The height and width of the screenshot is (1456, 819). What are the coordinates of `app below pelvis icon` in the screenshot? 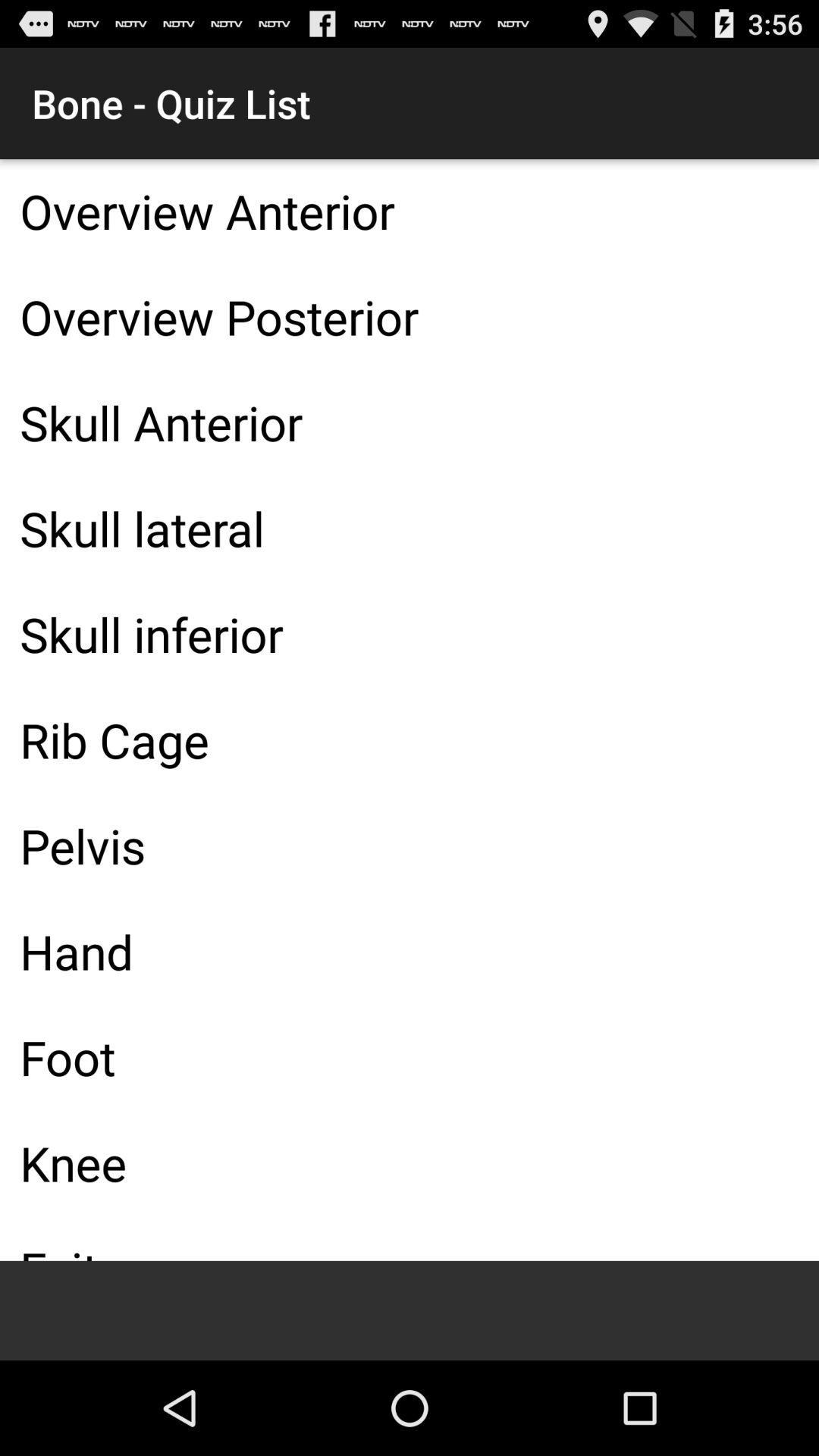 It's located at (409, 950).